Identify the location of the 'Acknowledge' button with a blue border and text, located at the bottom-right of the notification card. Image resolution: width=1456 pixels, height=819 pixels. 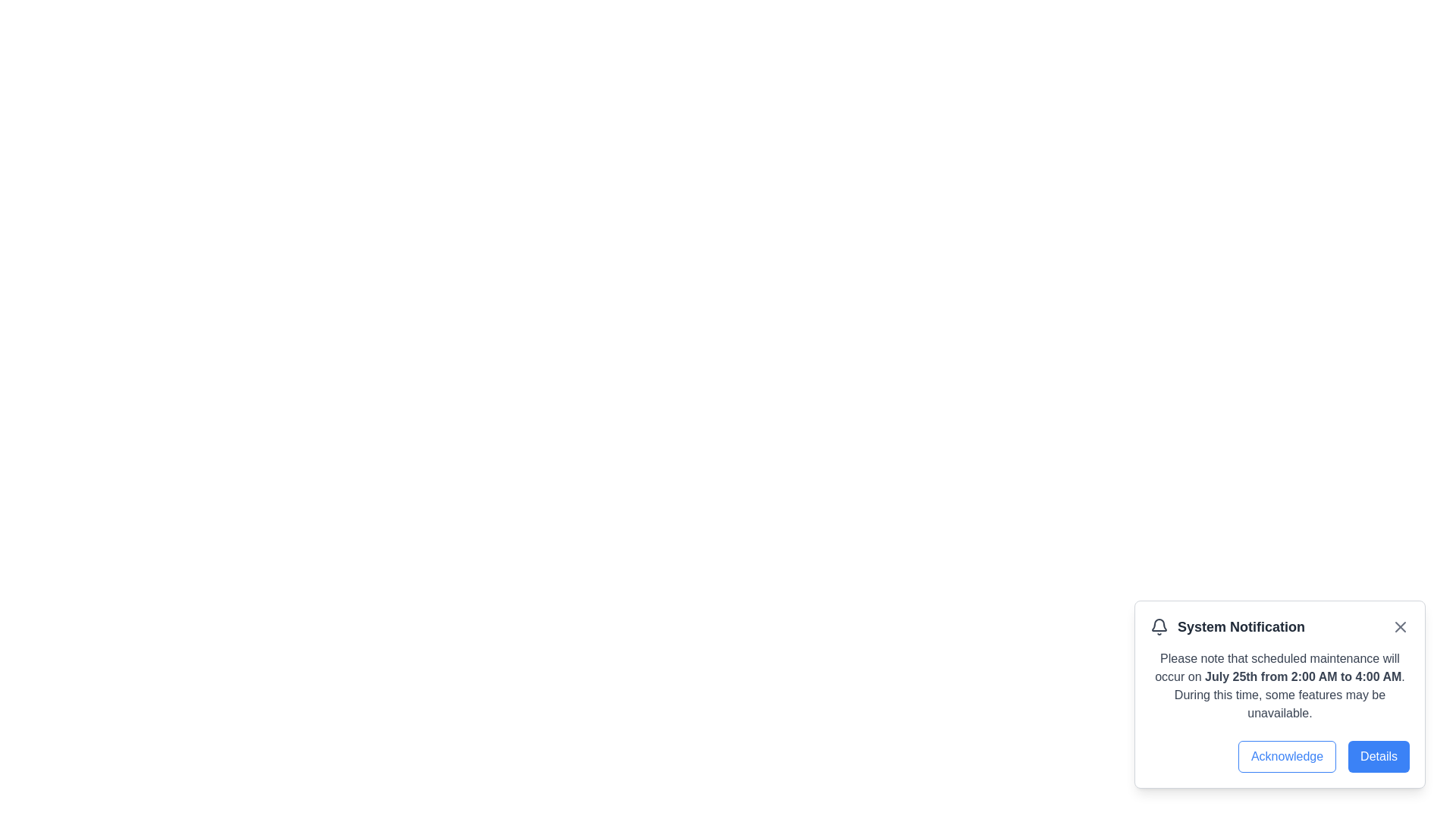
(1286, 757).